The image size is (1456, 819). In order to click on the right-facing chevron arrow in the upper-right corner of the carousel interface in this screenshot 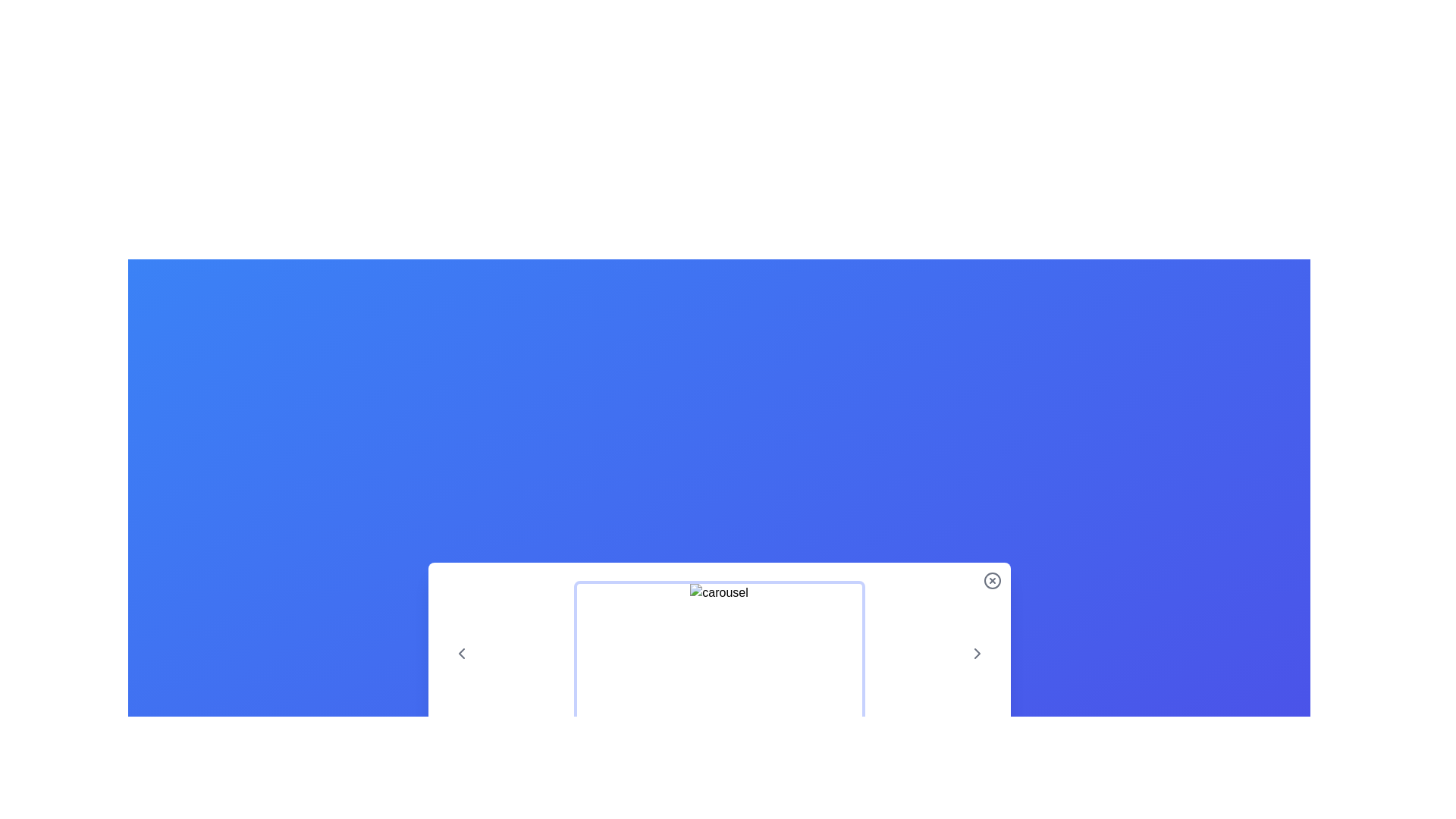, I will do `click(977, 652)`.